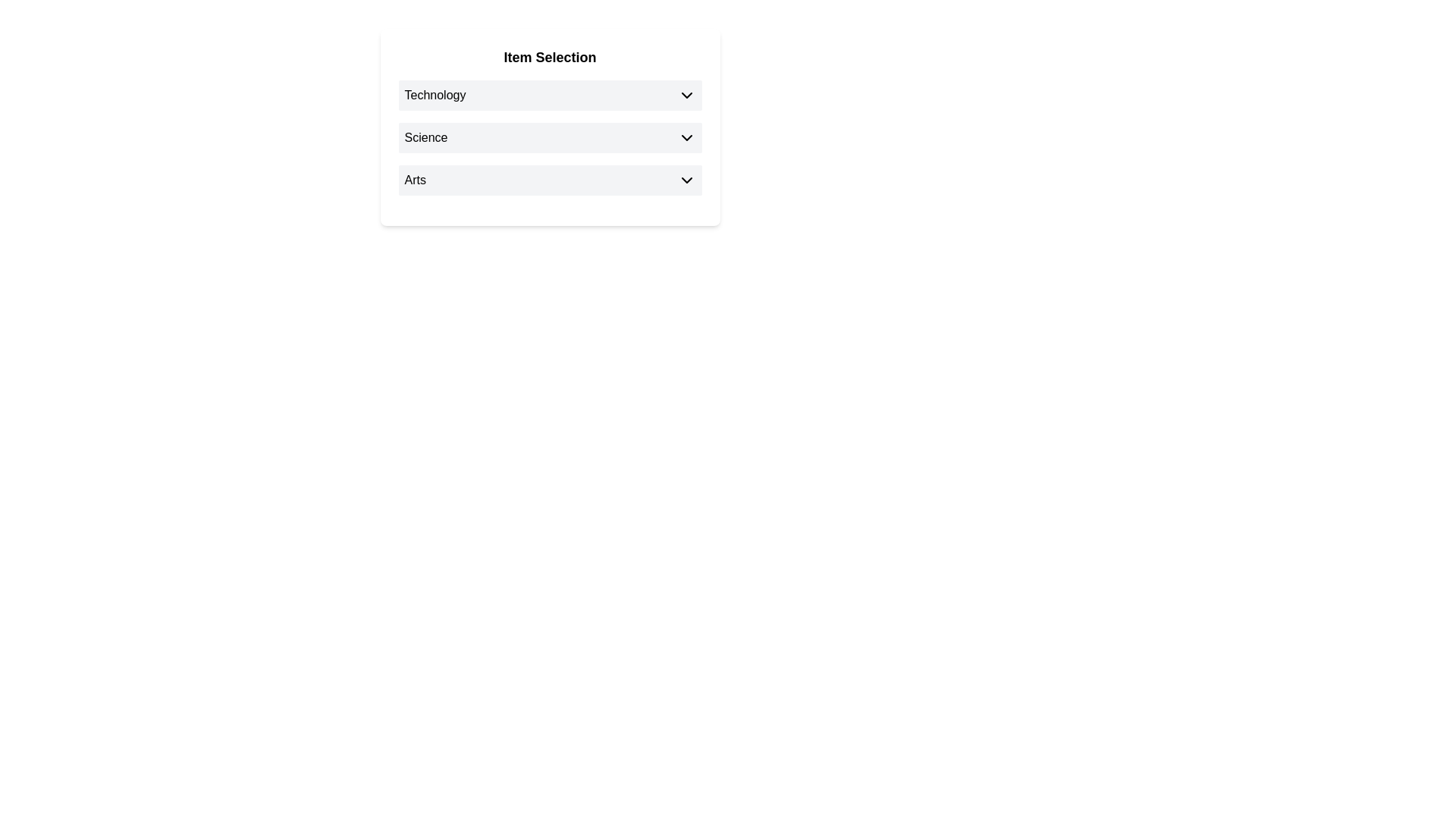  I want to click on the text label reading 'Science', which is styled in black color and positioned within a light gray background alongside a dropdown indicator icon, so click(425, 137).